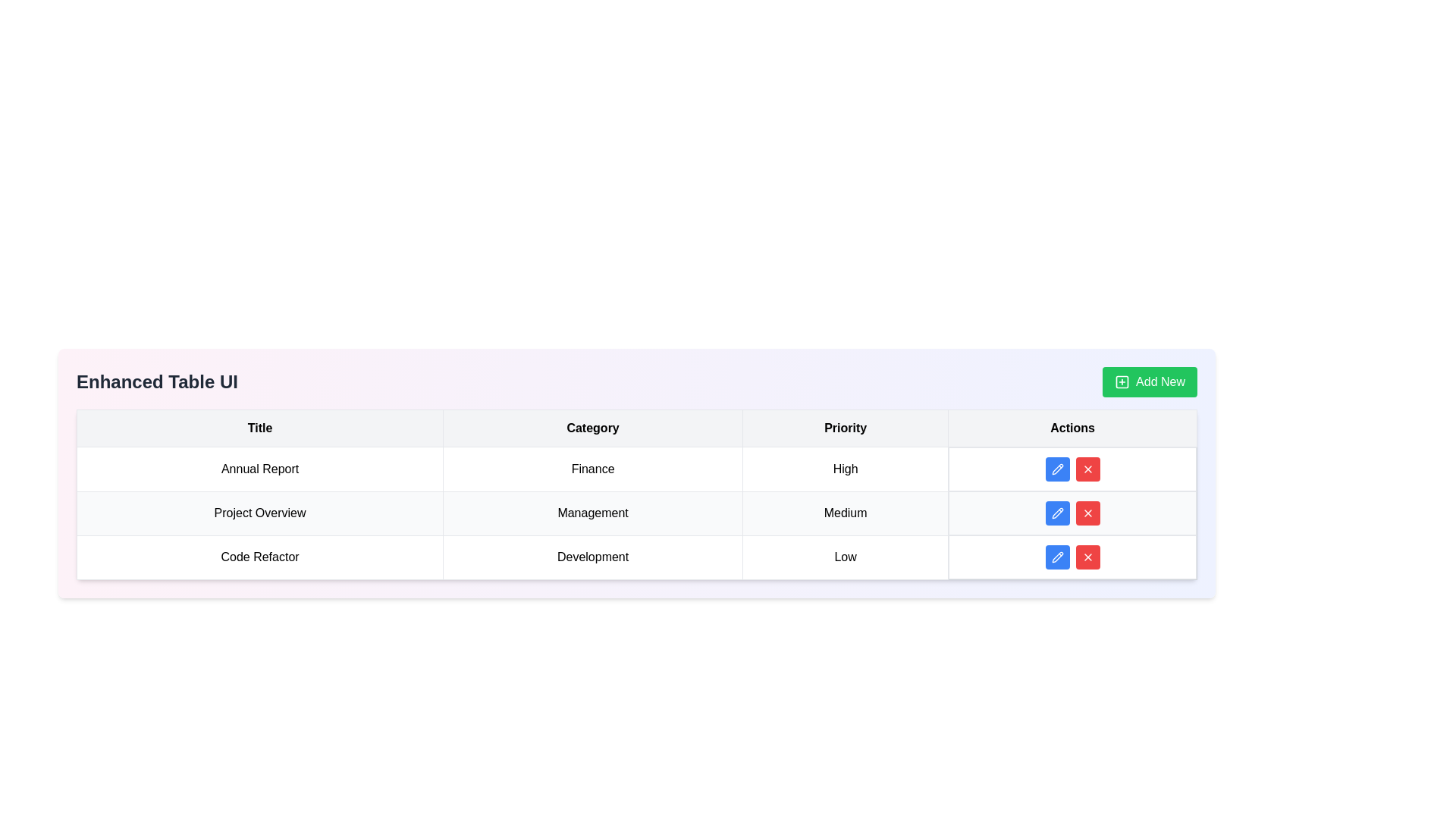 The height and width of the screenshot is (819, 1456). I want to click on the blue pencil button located in the Actions column of the last row of the table, which is associated with the 'Code Refactor' entry, so click(1072, 557).